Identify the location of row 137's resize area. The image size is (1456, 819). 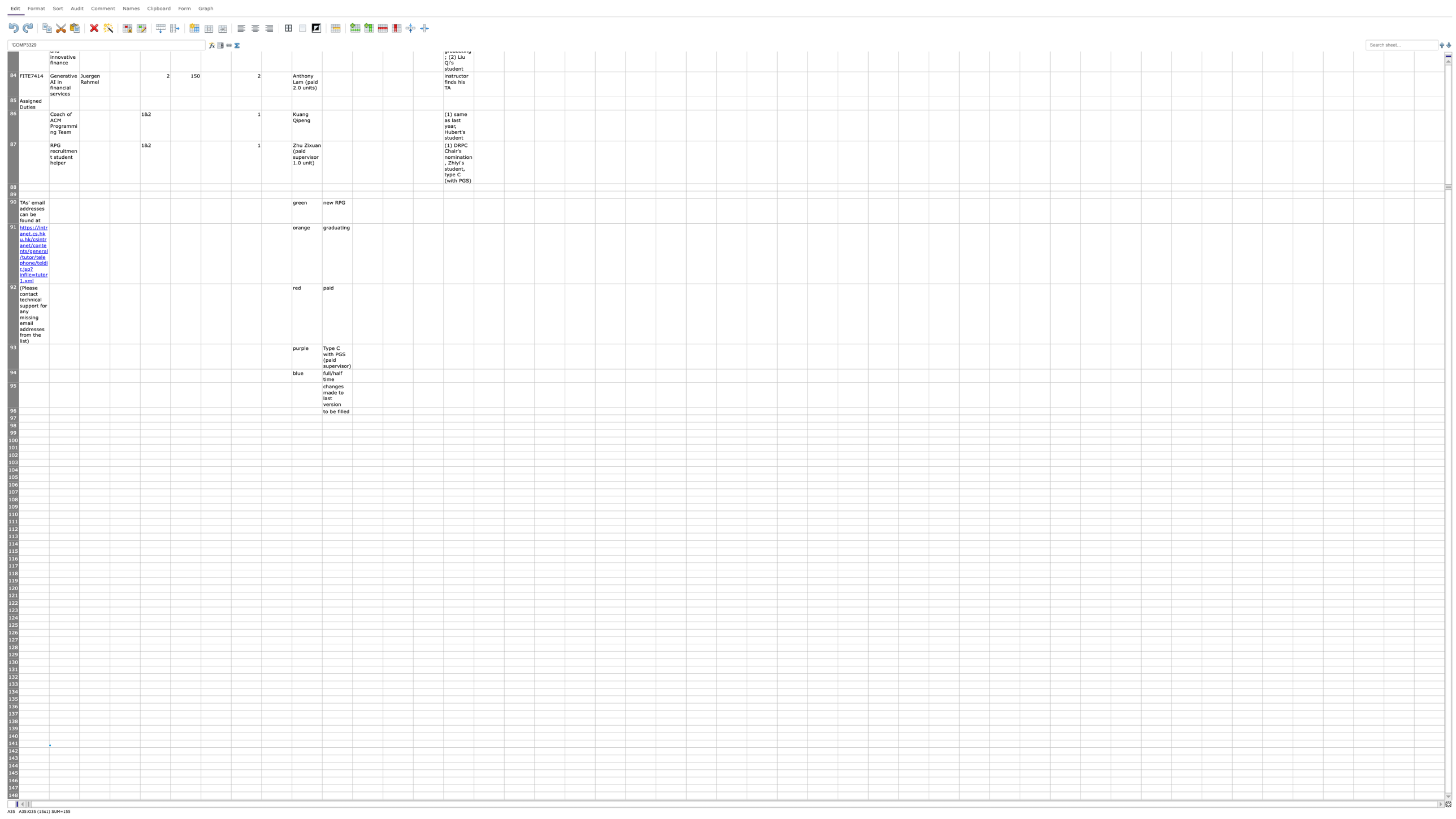
(13, 717).